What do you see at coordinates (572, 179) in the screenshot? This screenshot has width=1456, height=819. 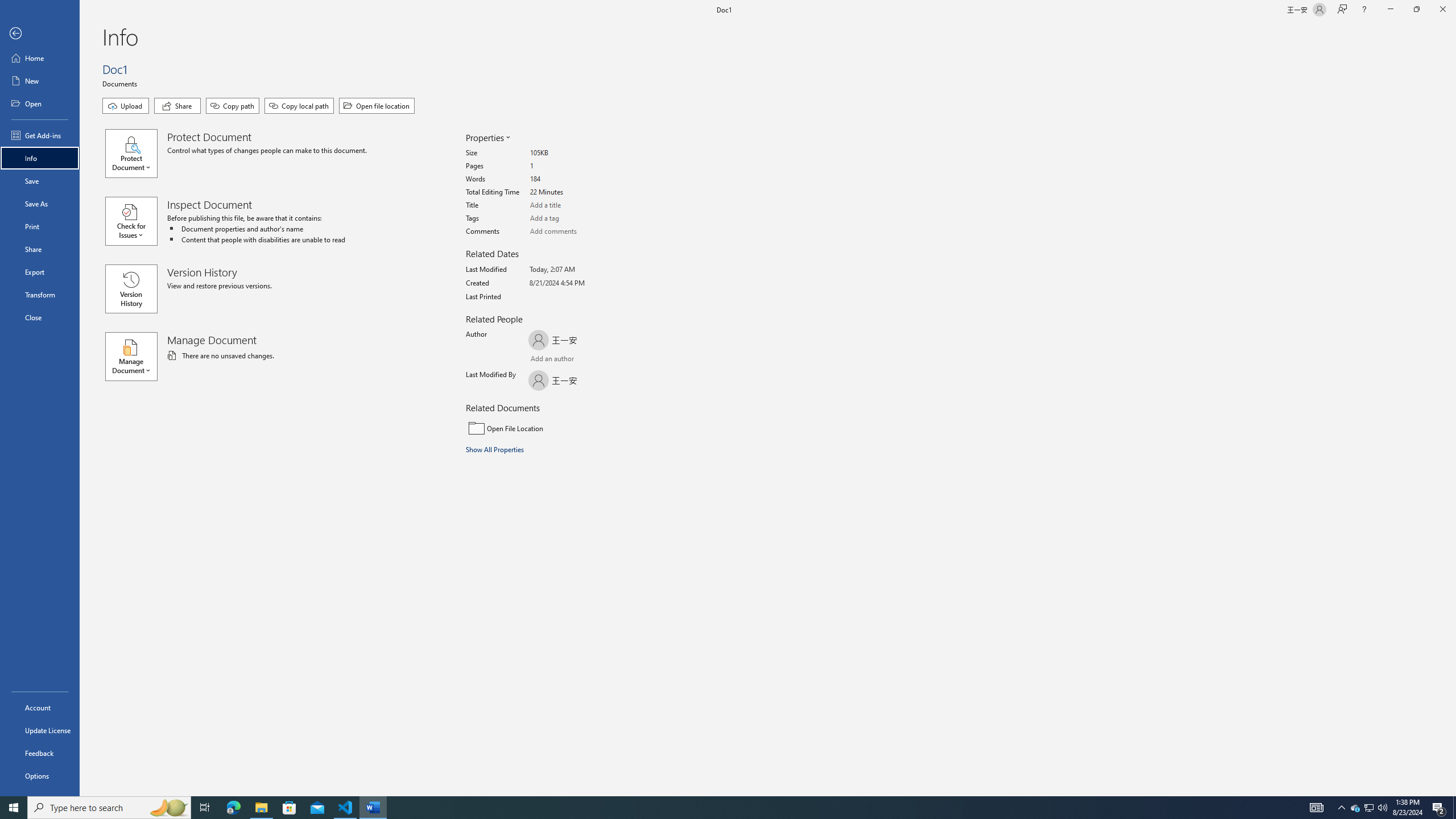 I see `'Words'` at bounding box center [572, 179].